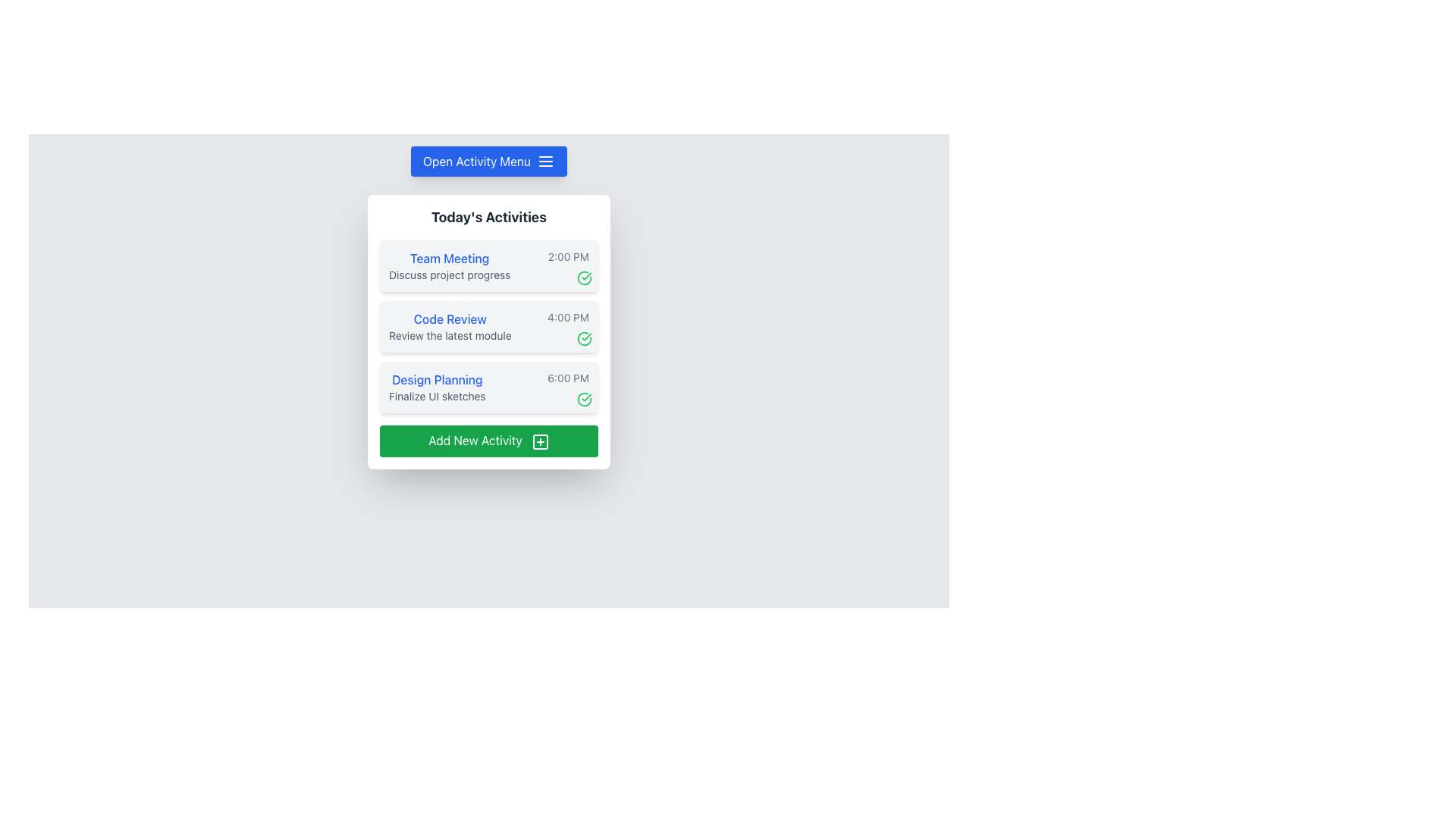 The width and height of the screenshot is (1456, 819). I want to click on information contained in the List item titled 'Design Planning,' which is the third entry in the 'Today's Activities' panel, so click(488, 386).